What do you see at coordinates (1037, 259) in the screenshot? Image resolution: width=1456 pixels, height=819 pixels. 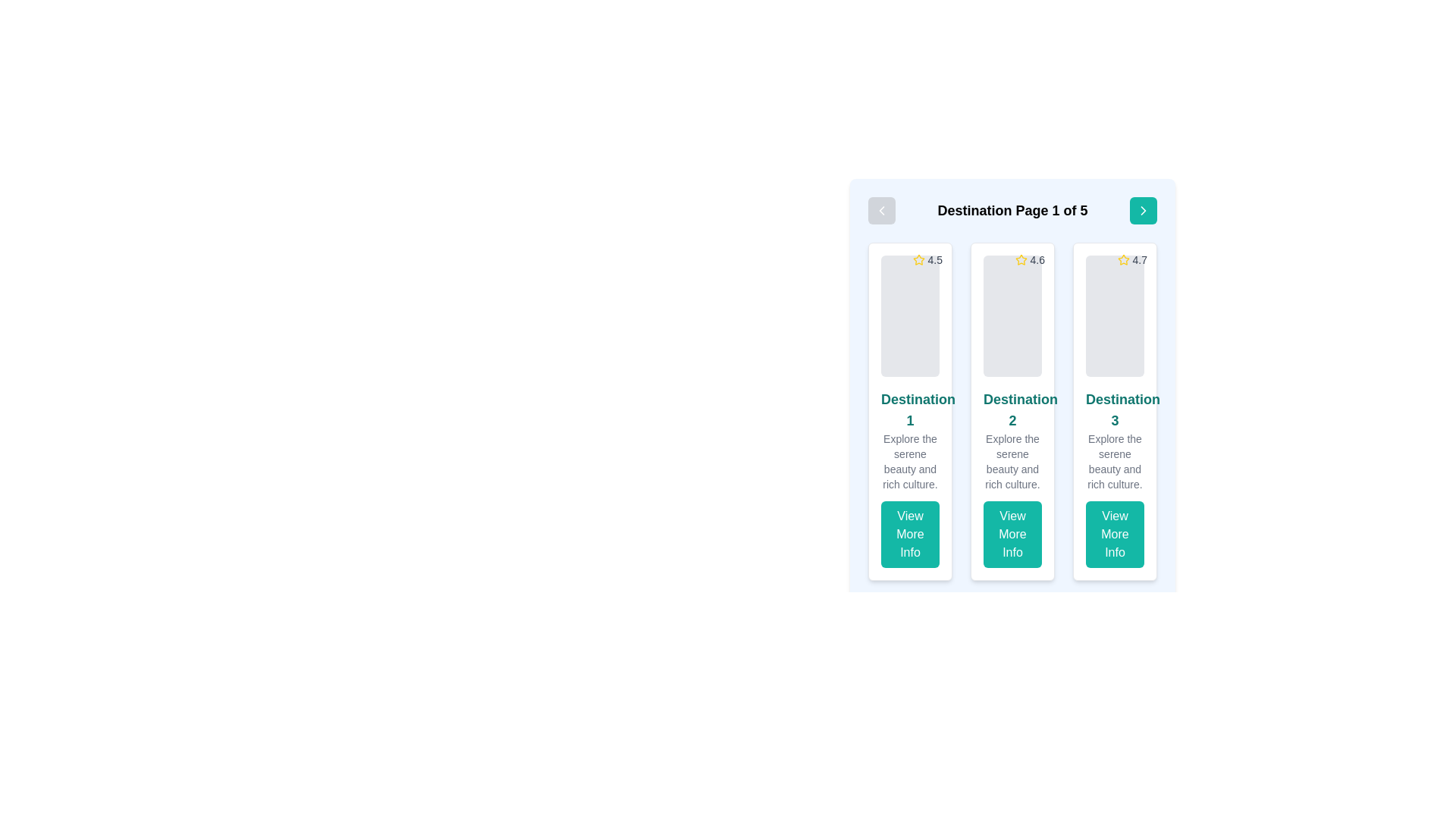 I see `the text label displaying '4.6', which is gray and located in the top-right corner of the middle card, adjacent to a yellow star icon` at bounding box center [1037, 259].